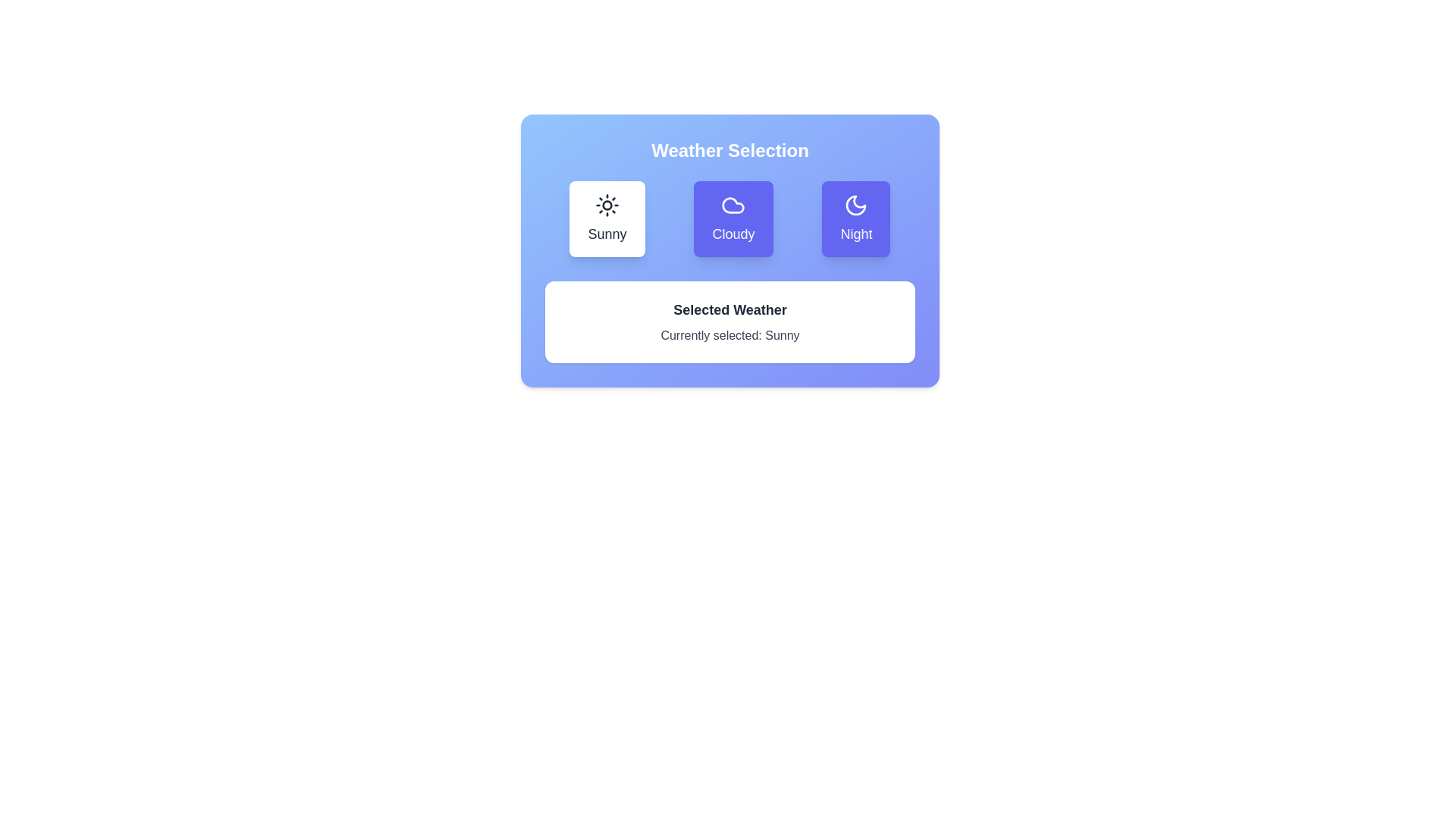 The image size is (1456, 819). I want to click on text label displaying 'Sunny', which is positioned below the sun icon in the Weather Selection panel, so click(607, 234).